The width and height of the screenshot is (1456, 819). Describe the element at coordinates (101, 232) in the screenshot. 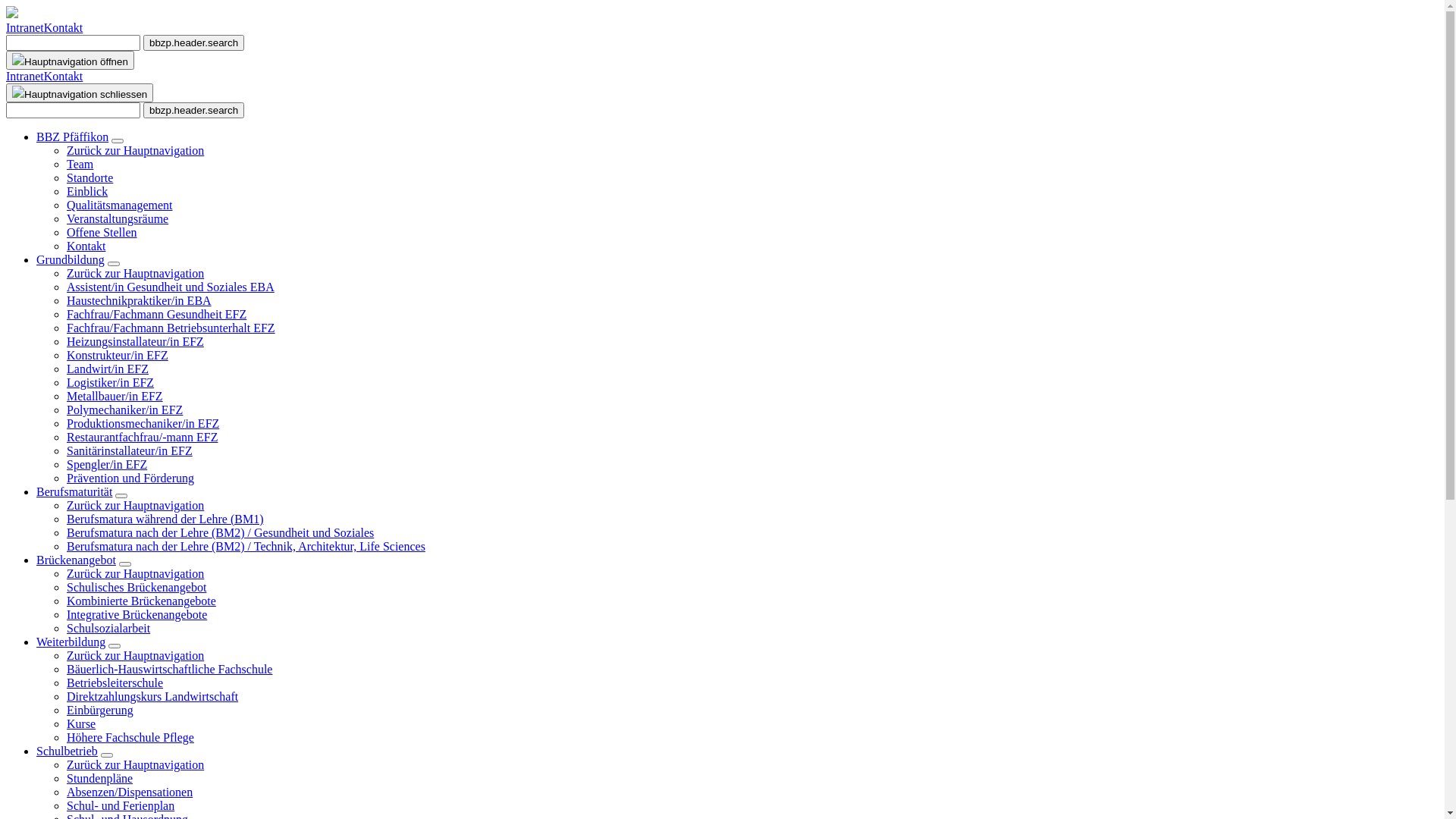

I see `'Offene Stellen'` at that location.